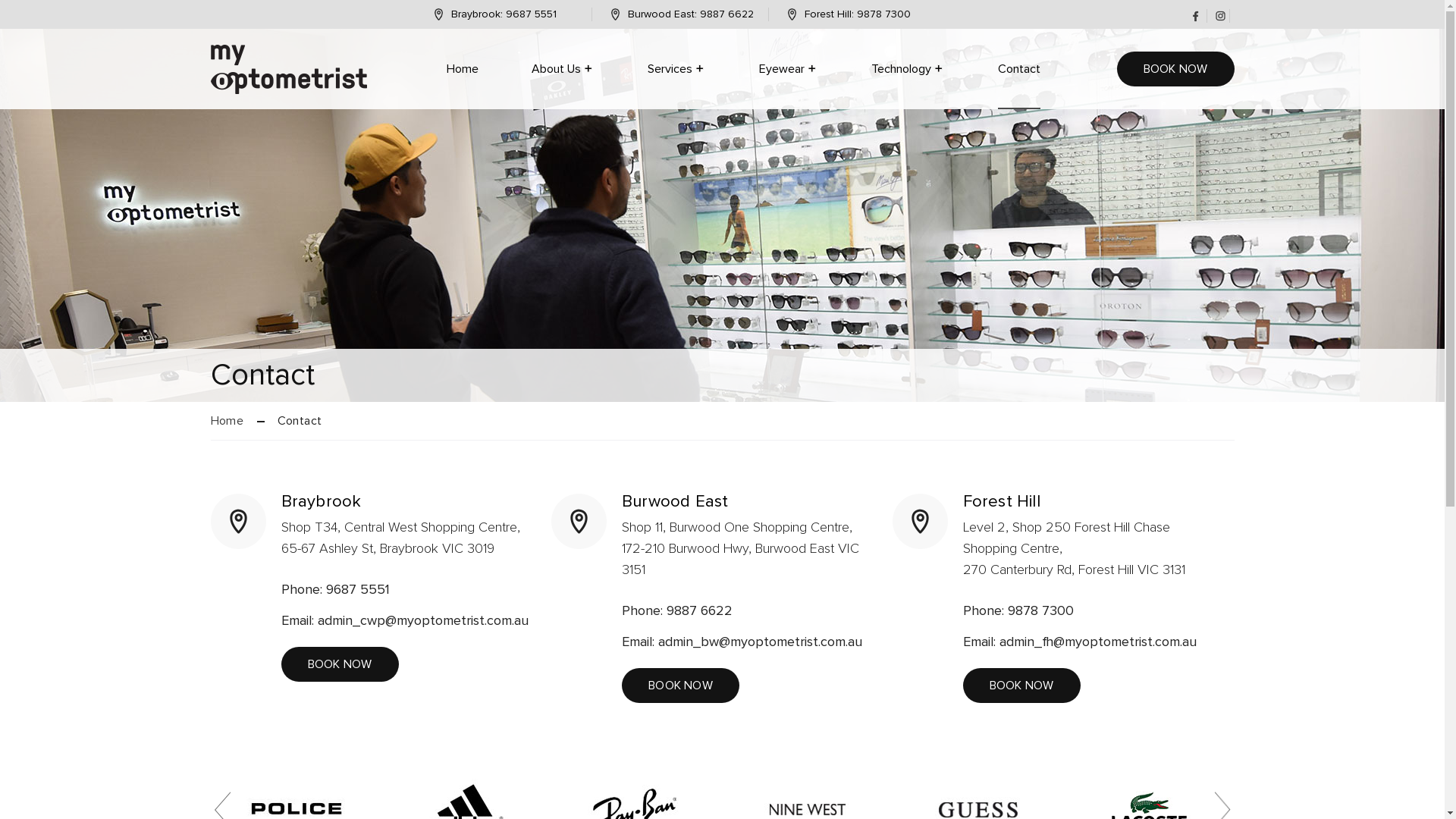 The height and width of the screenshot is (819, 1456). I want to click on 'Medmont Automated Perimeter', so click(967, 124).